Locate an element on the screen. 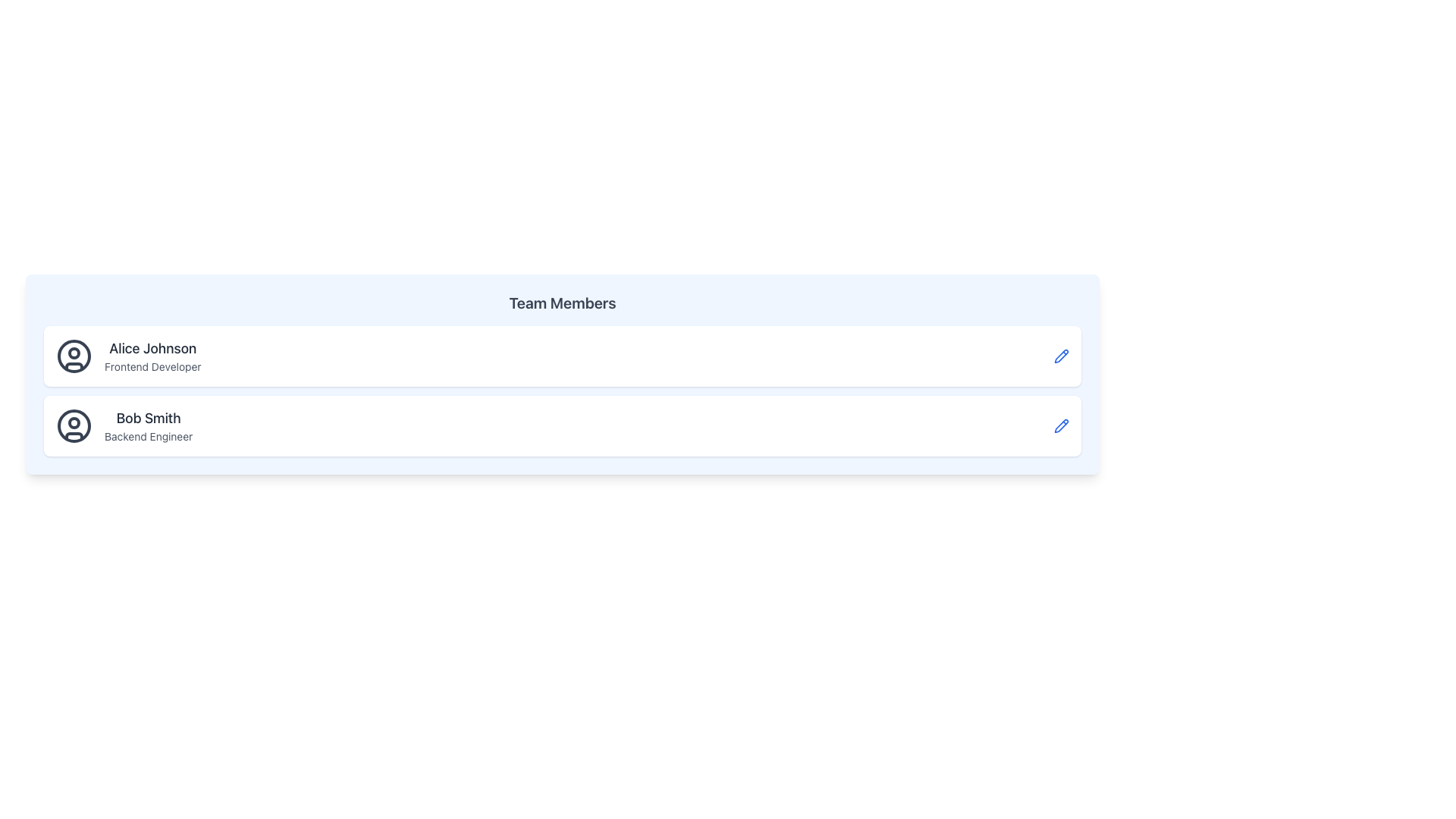 This screenshot has width=1456, height=819. the edit icon button associated with 'Alice Johnson's profile' is located at coordinates (1061, 356).